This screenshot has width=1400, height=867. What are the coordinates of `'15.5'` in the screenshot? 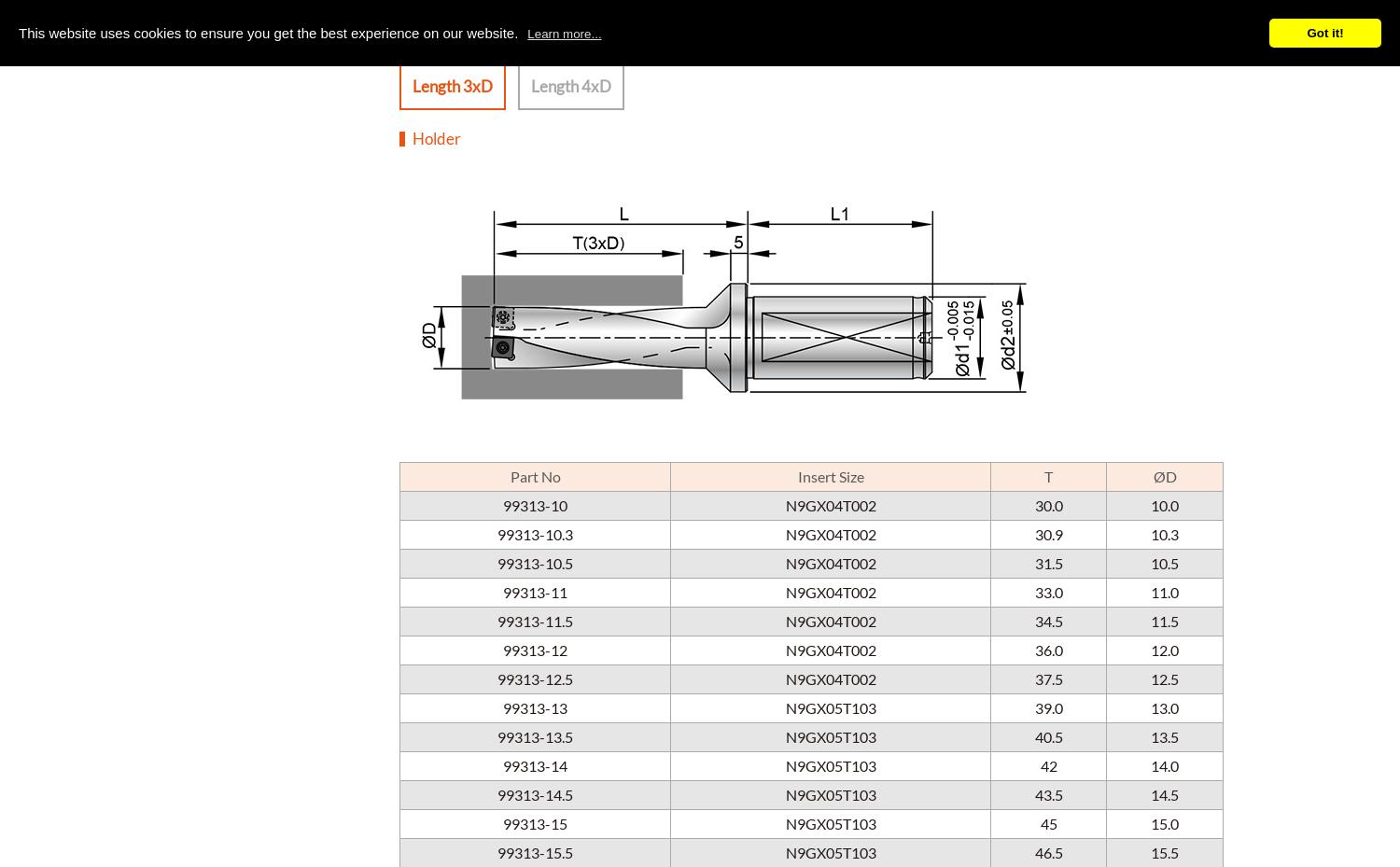 It's located at (1164, 851).